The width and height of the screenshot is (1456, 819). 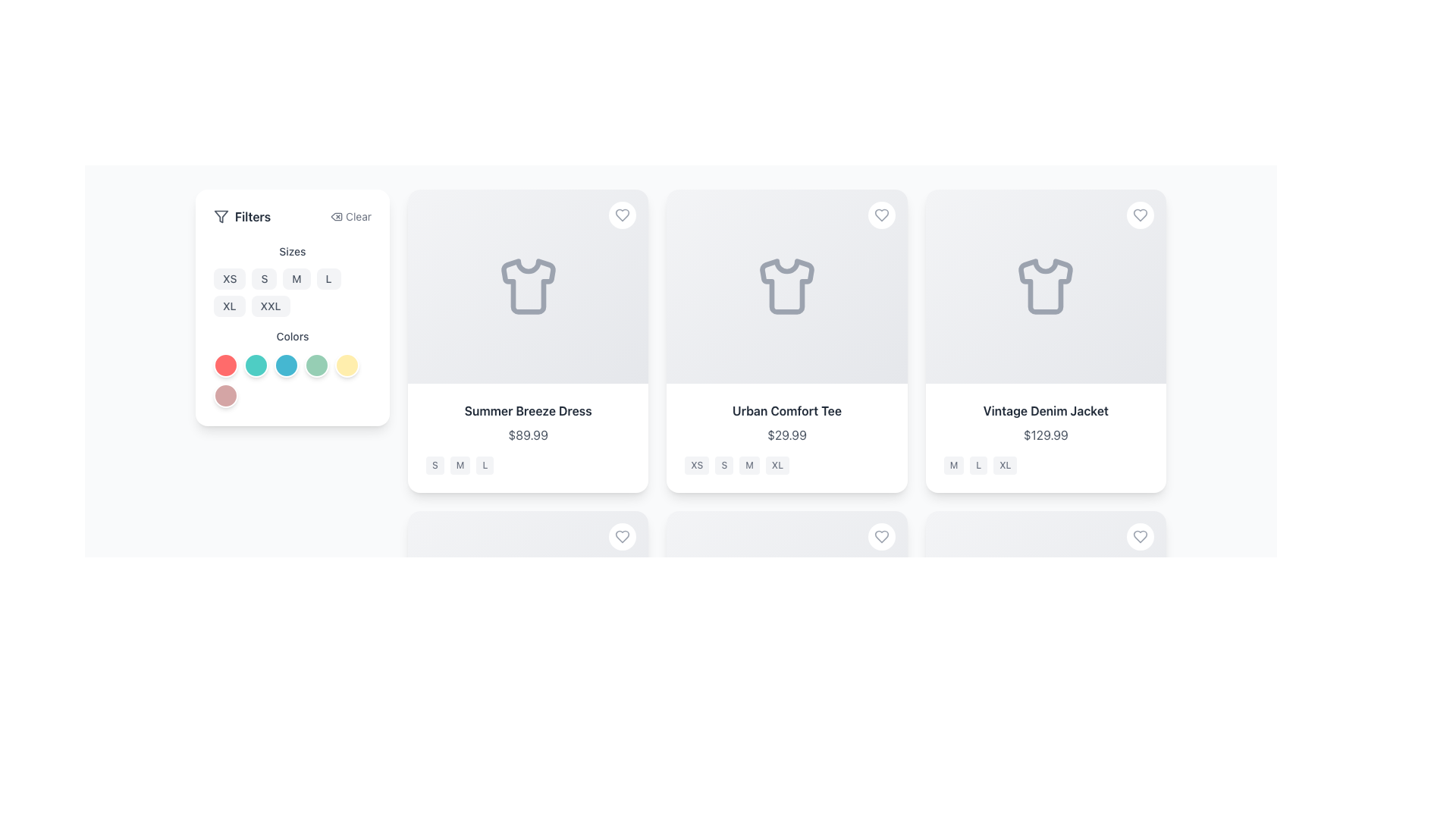 I want to click on the 'M' size button, which is a small rectangular button with gray text on a light gray background, so click(x=749, y=464).